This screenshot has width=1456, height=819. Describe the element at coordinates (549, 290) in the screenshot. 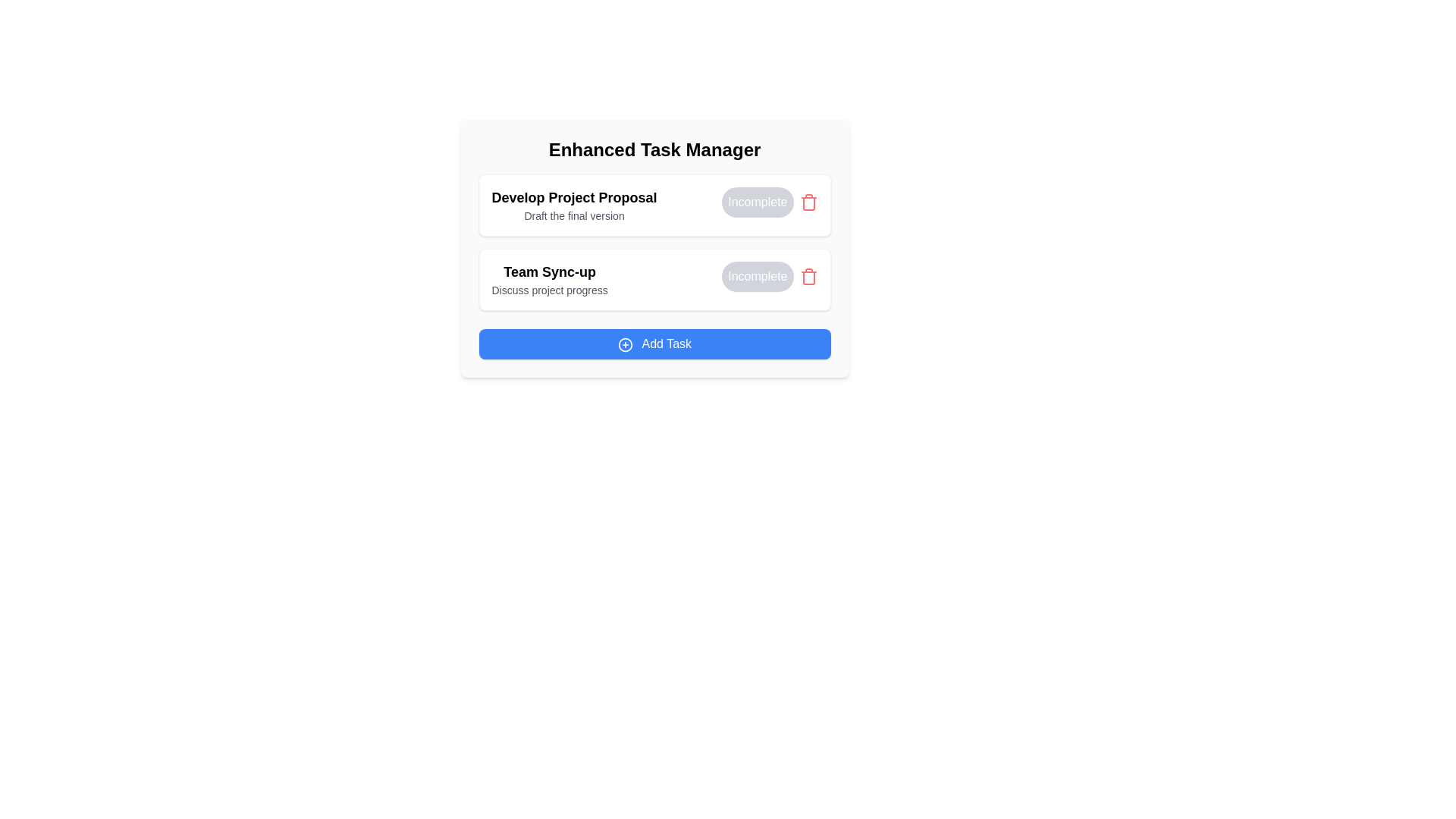

I see `the non-interactive text element providing additional information about the 'Team Sync-up' task, located below the title and centered horizontally` at that location.